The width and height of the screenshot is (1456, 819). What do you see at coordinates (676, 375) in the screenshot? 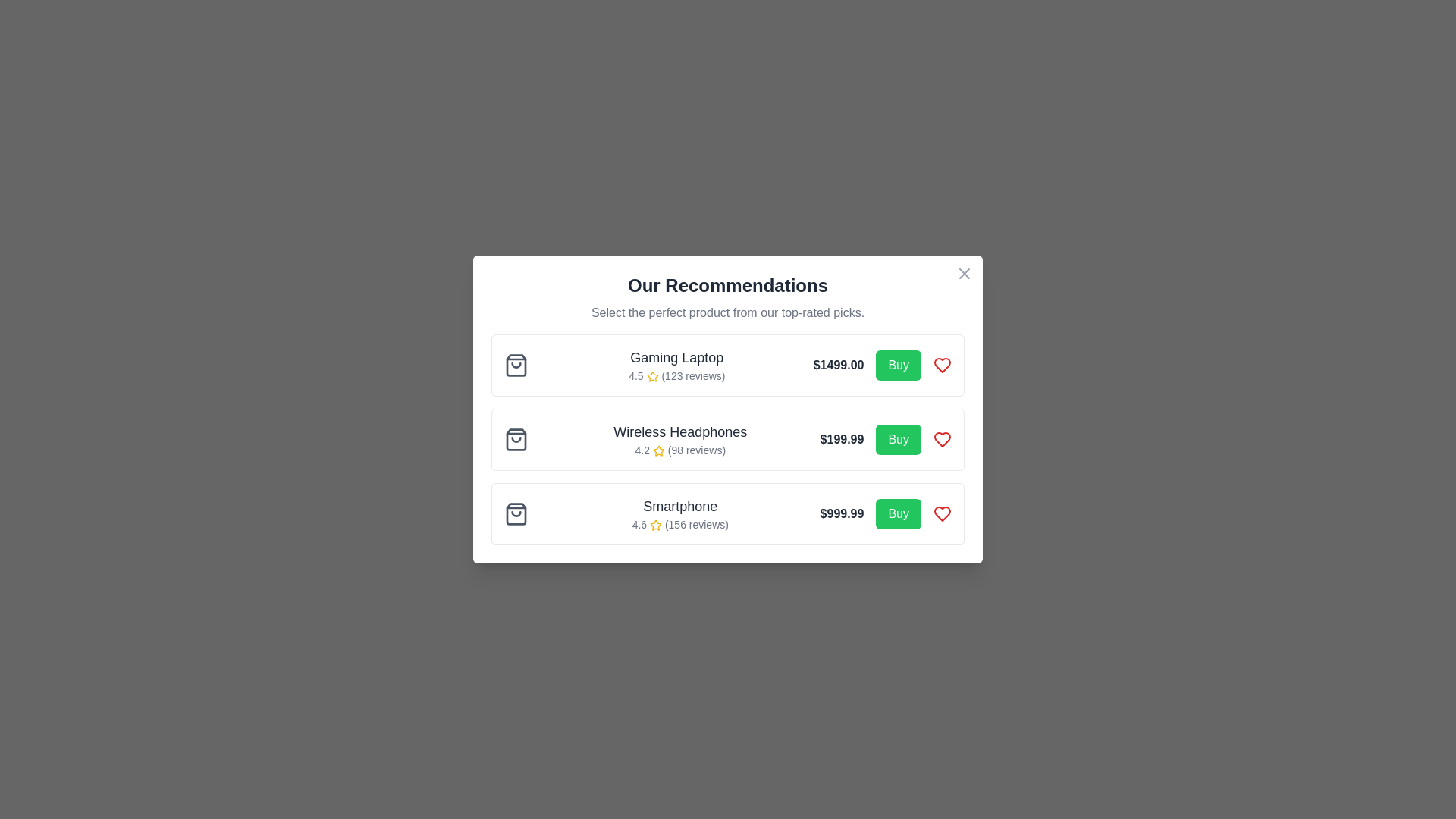
I see `the text with icon that provides user rating and review count information for the product 'Gaming Laptop'` at bounding box center [676, 375].